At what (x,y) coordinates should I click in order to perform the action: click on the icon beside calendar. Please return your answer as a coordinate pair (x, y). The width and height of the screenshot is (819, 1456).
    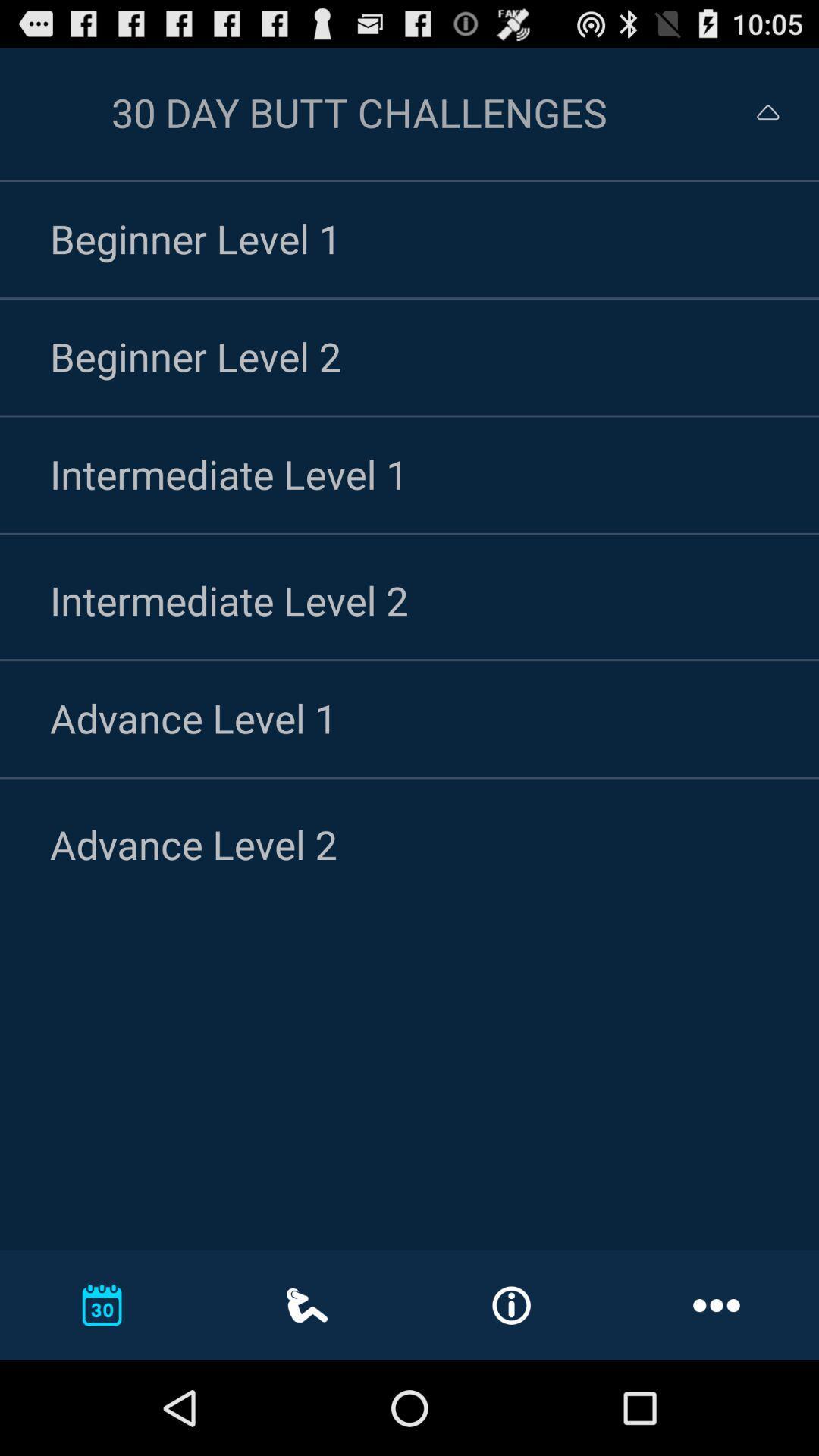
    Looking at the image, I should click on (307, 1304).